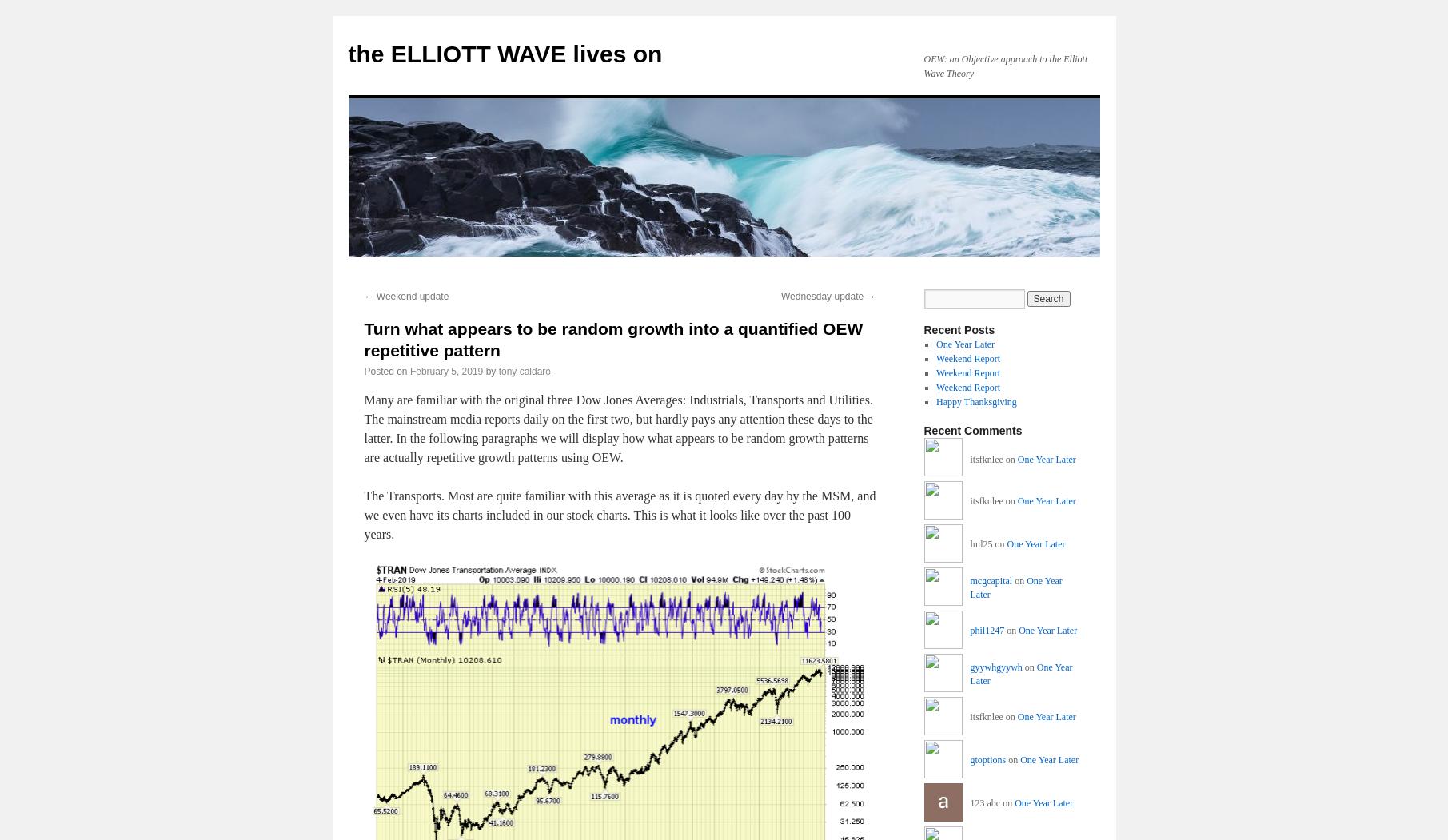 The width and height of the screenshot is (1448, 840). What do you see at coordinates (975, 402) in the screenshot?
I see `'Happy Thanksgiving'` at bounding box center [975, 402].